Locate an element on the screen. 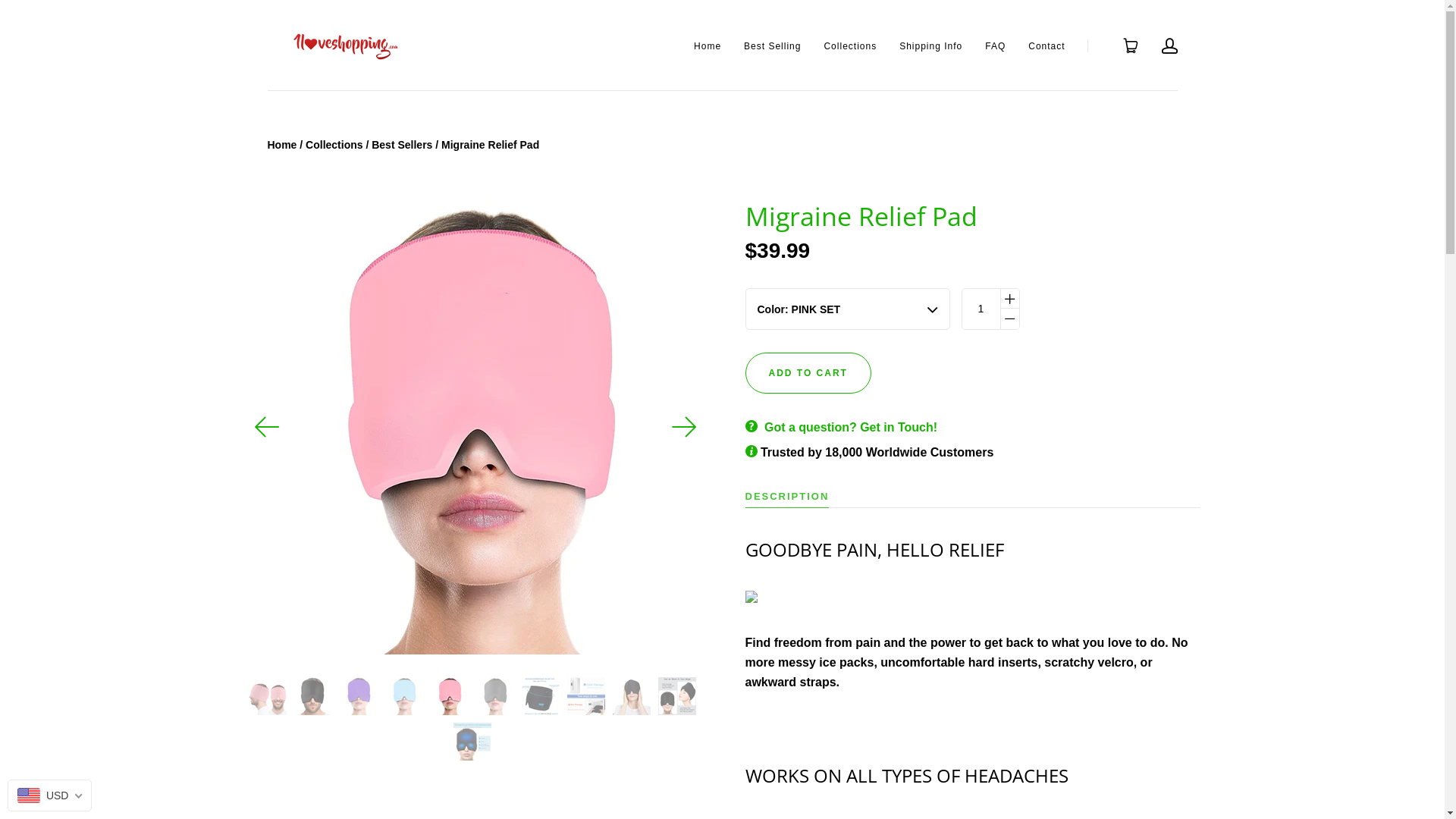  'Contact' is located at coordinates (1046, 45).